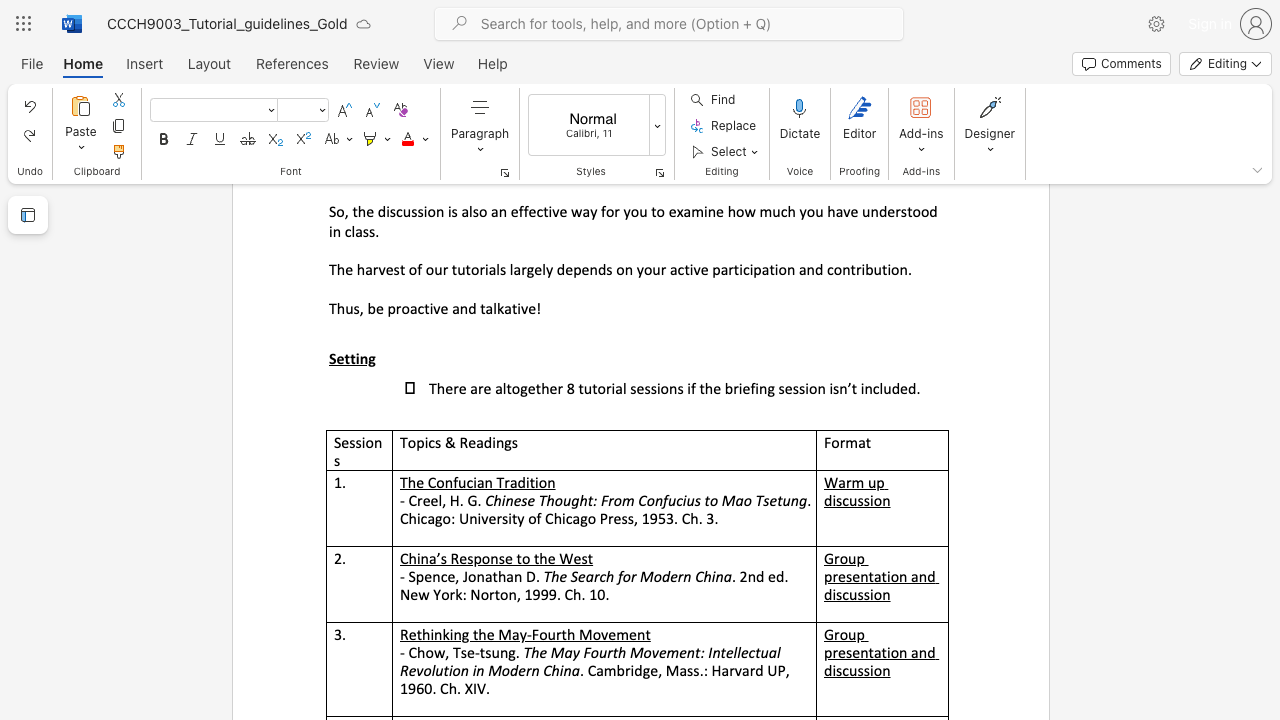  Describe the element at coordinates (481, 517) in the screenshot. I see `the subset text "versity of Chi" within the text ". Chicago: University of Chicago Press, 1953. Ch. 3."` at that location.